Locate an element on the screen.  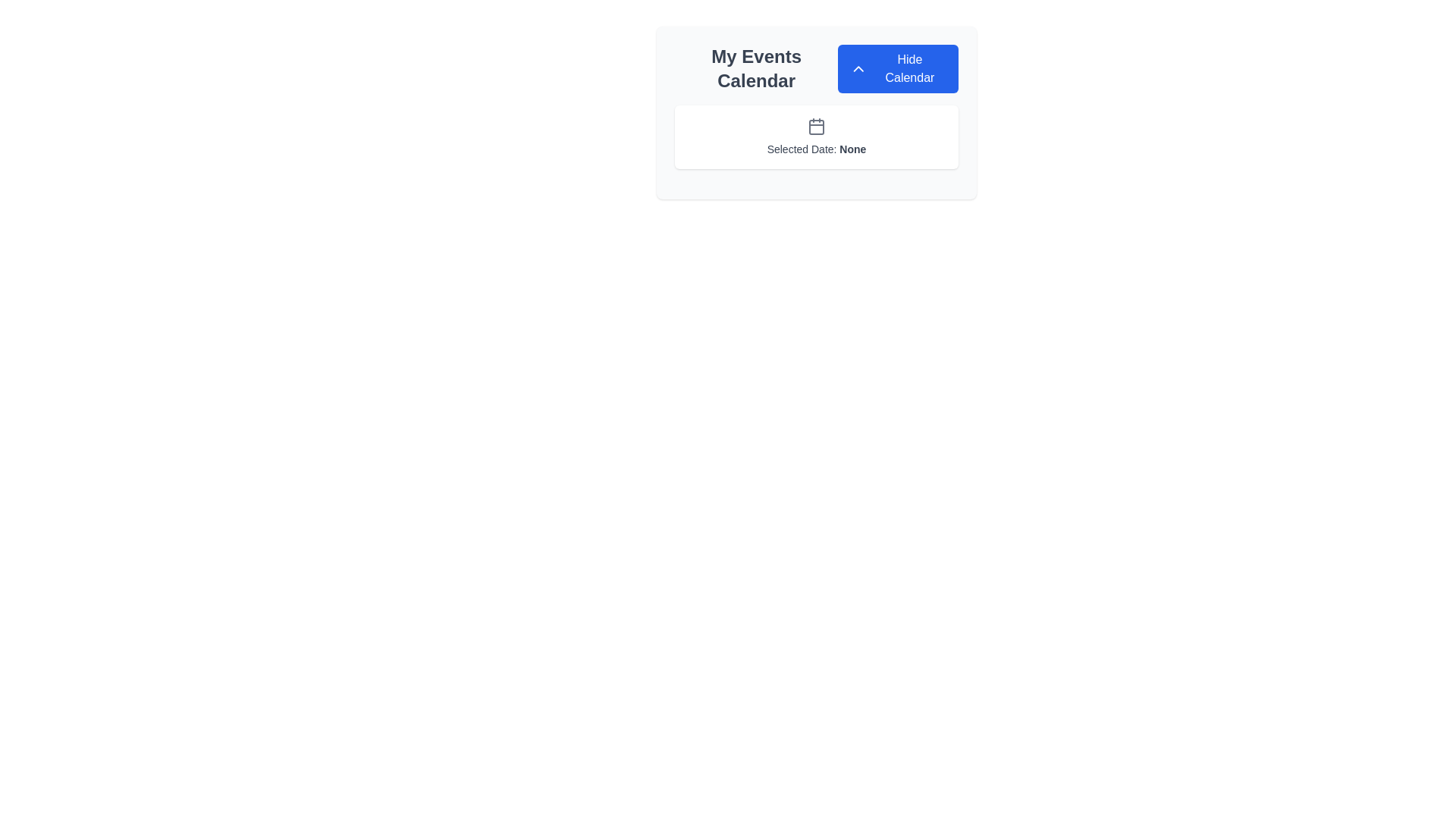
the chevron-up icon located to the left of the 'Hide Calendar' button is located at coordinates (858, 69).